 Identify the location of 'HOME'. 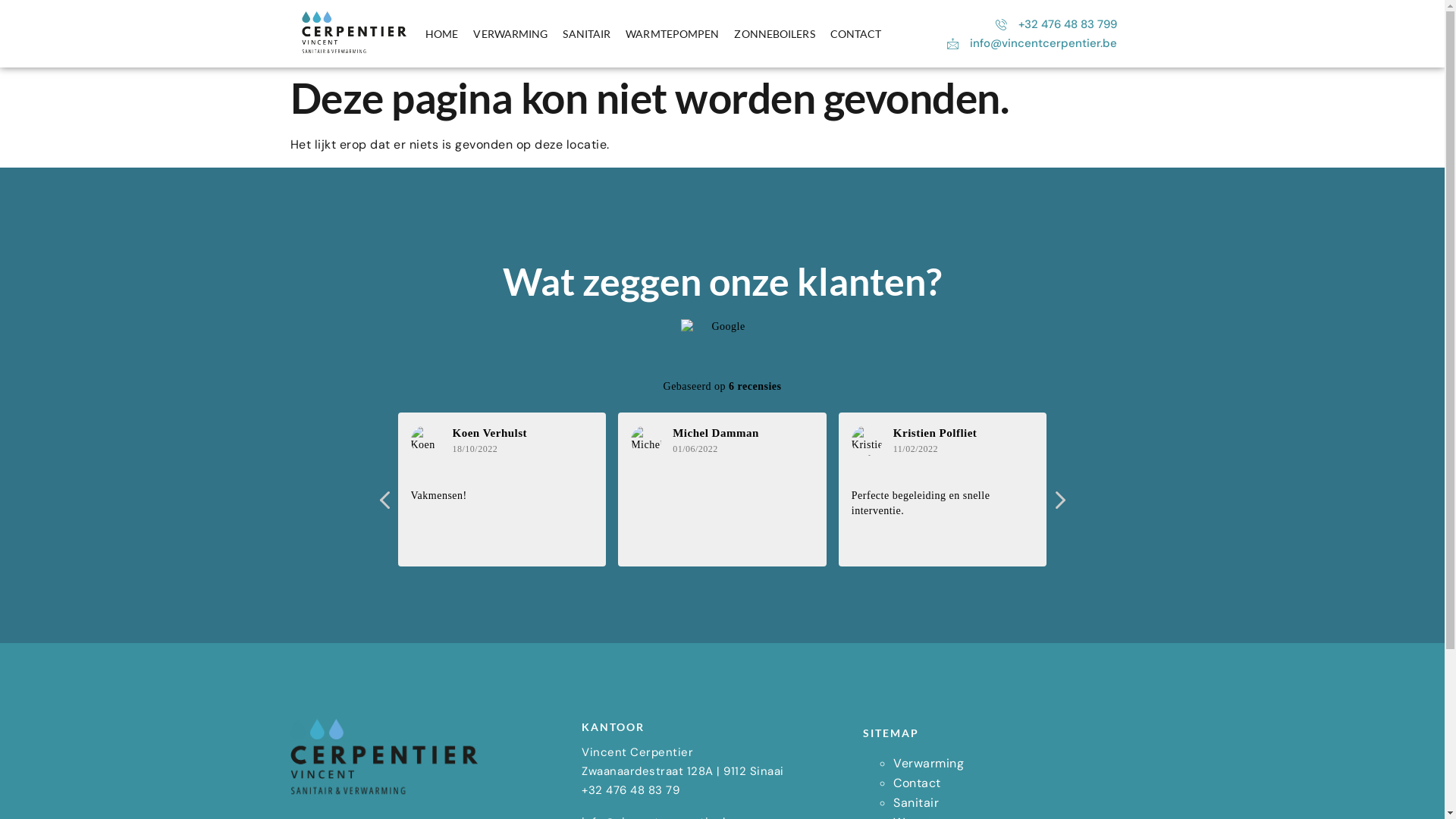
(418, 34).